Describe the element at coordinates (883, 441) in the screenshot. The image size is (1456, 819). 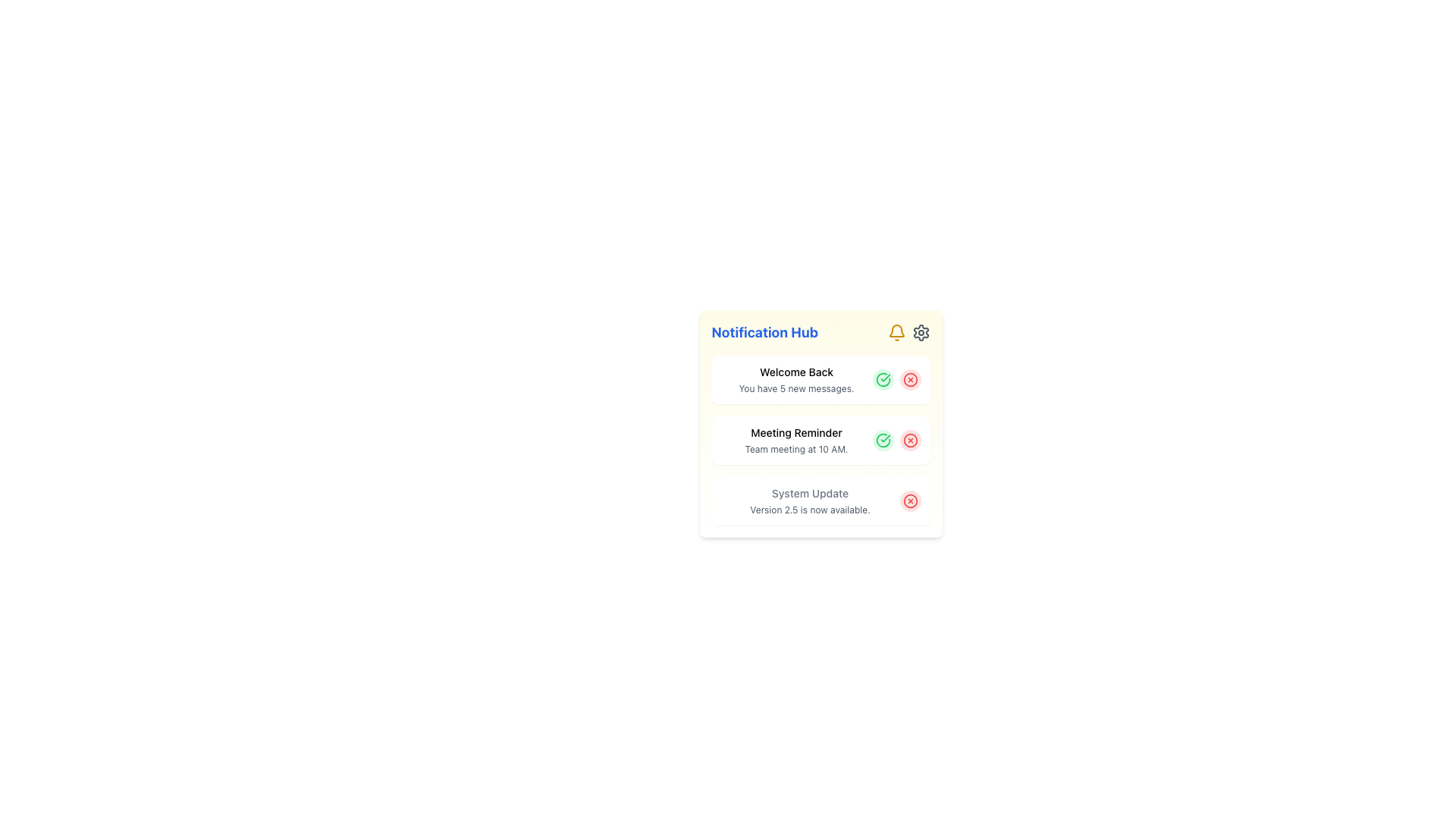
I see `the confirmation/success icon located to the right of the text 'Meeting Reminder' in the second row of the notification list` at that location.